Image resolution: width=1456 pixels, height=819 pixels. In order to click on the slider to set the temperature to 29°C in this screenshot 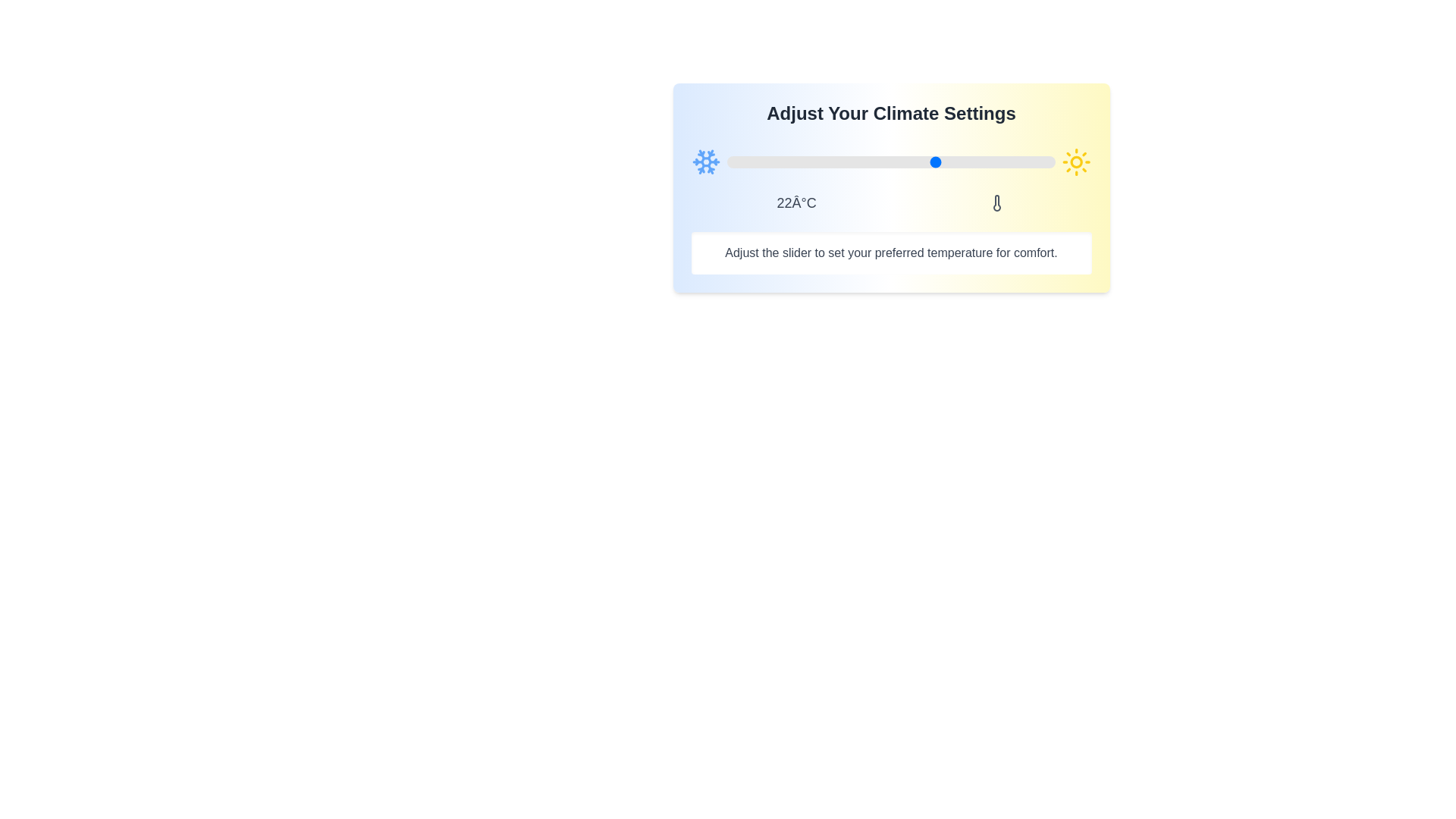, I will do `click(983, 162)`.